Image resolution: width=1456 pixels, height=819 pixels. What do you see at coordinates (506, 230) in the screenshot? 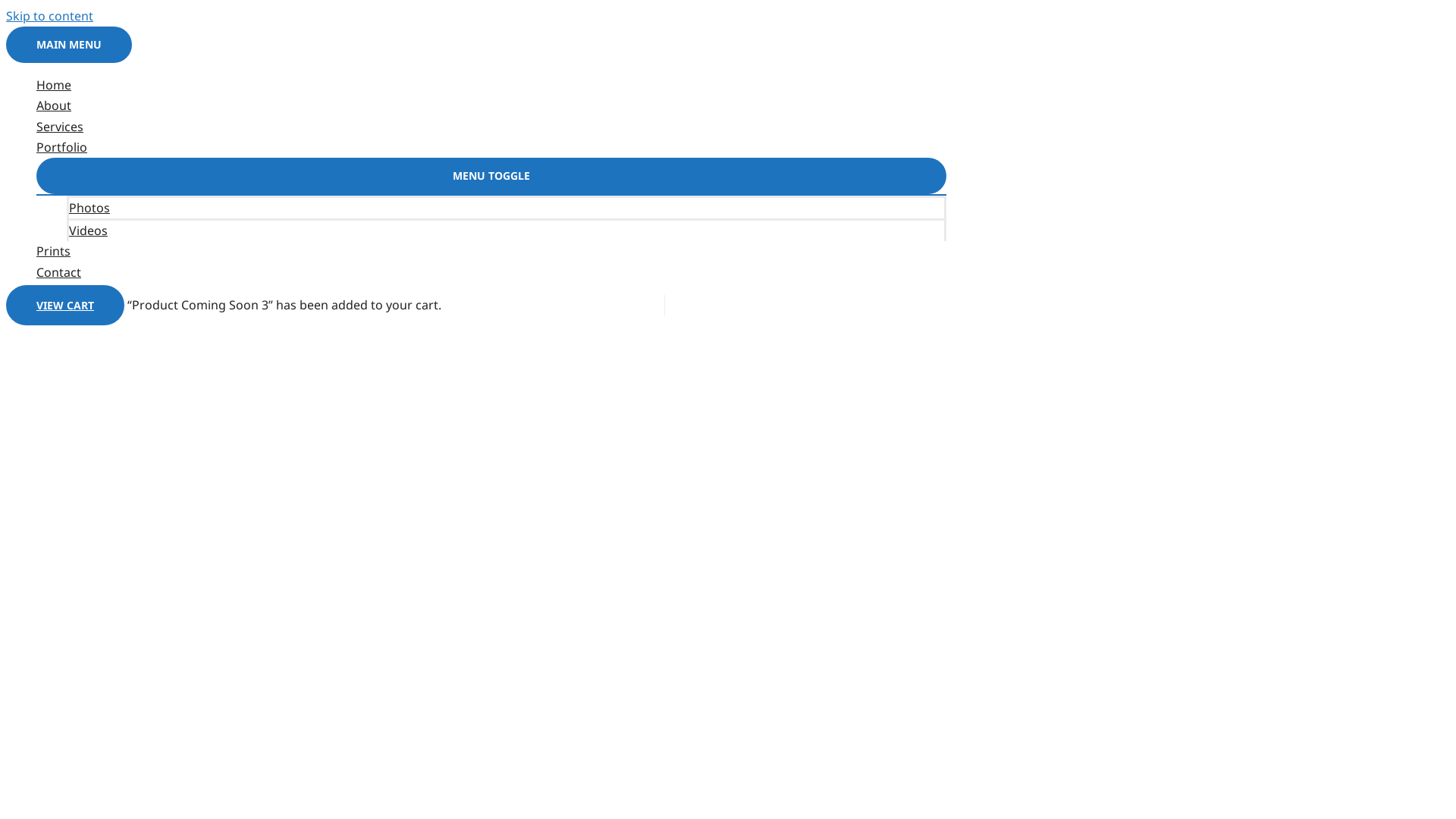
I see `'Videos'` at bounding box center [506, 230].